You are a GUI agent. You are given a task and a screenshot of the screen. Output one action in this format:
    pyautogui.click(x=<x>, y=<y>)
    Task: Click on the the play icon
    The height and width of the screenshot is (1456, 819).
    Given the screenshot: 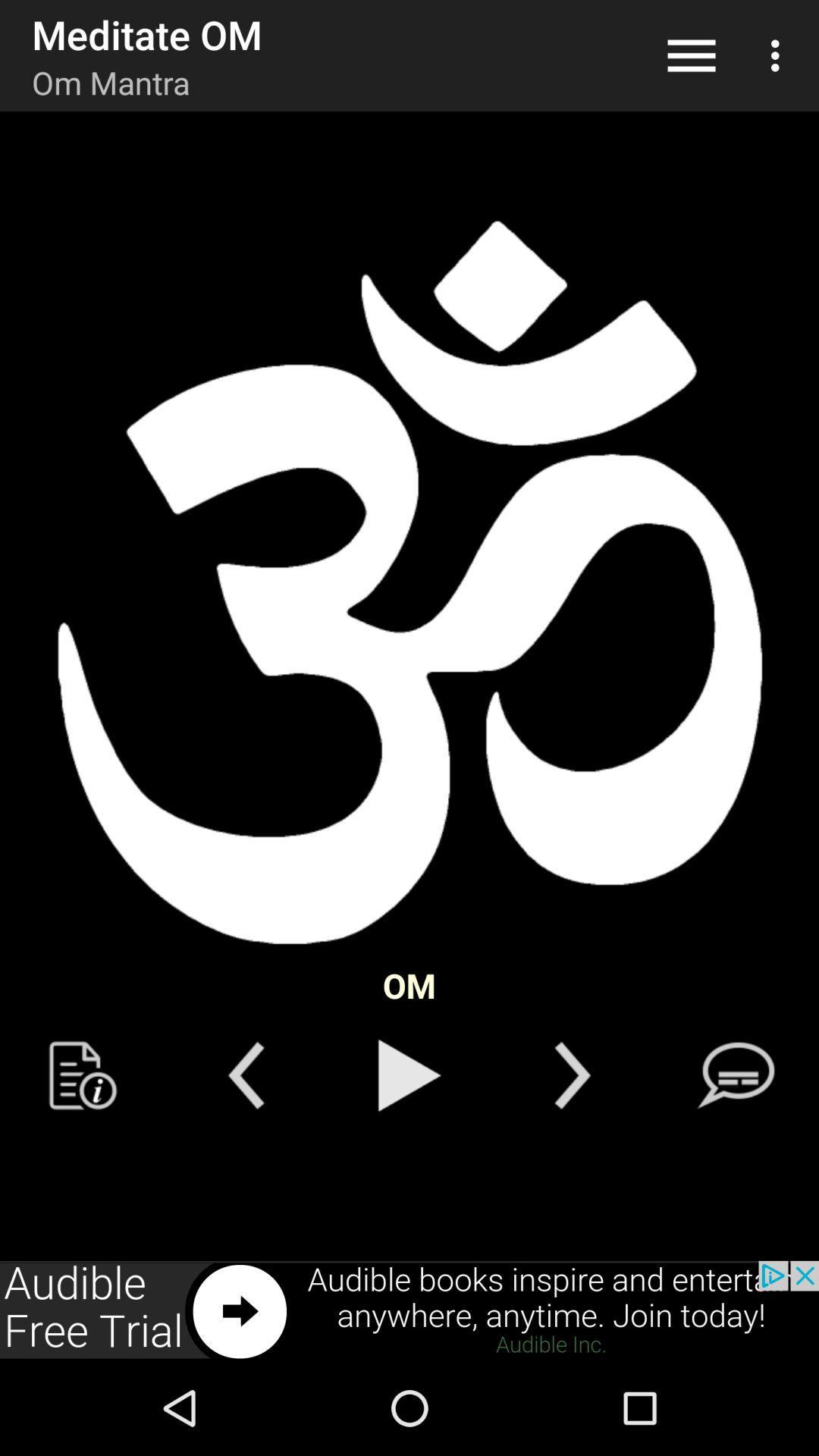 What is the action you would take?
    pyautogui.click(x=409, y=1075)
    